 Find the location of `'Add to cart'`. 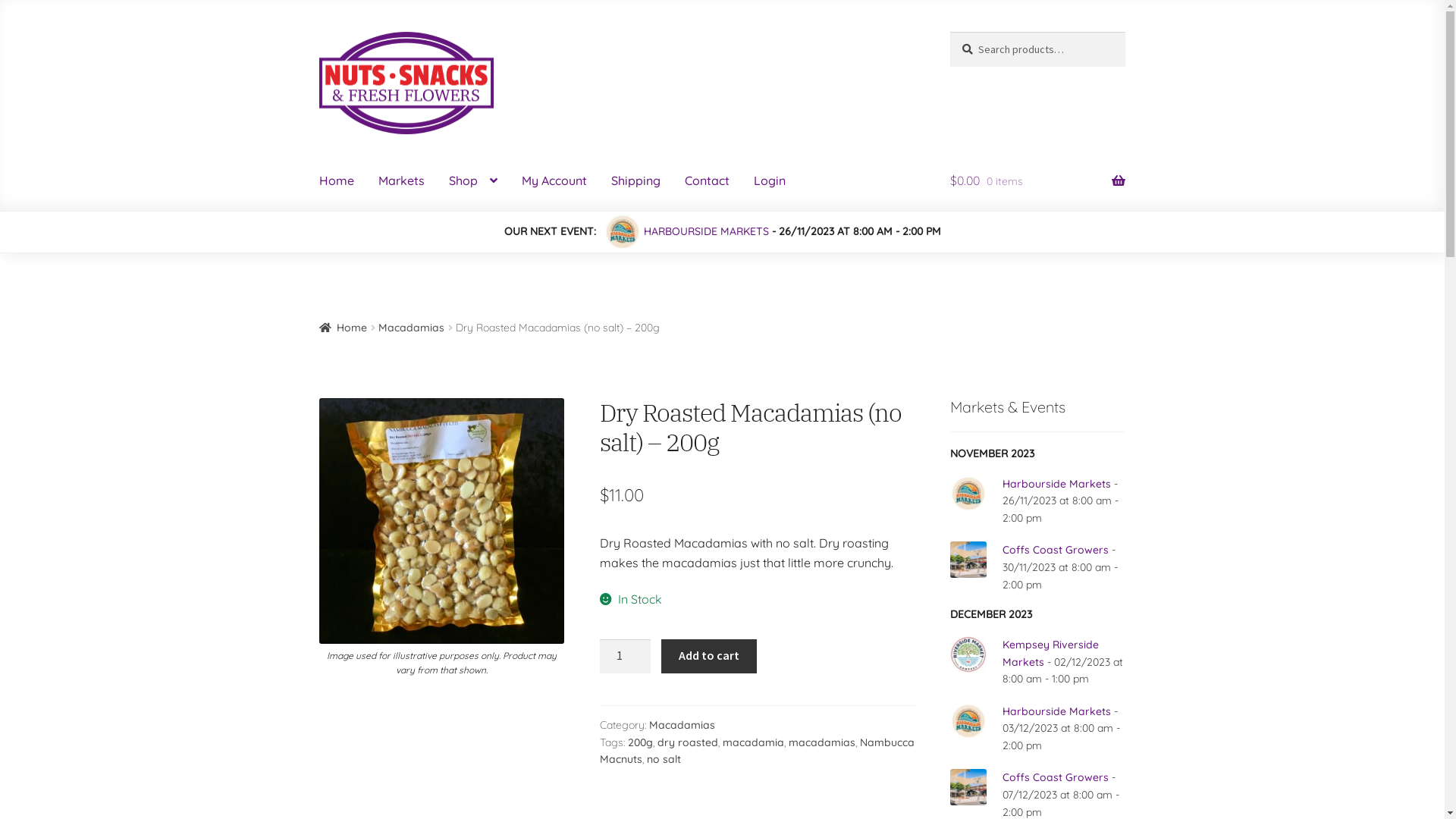

'Add to cart' is located at coordinates (708, 656).